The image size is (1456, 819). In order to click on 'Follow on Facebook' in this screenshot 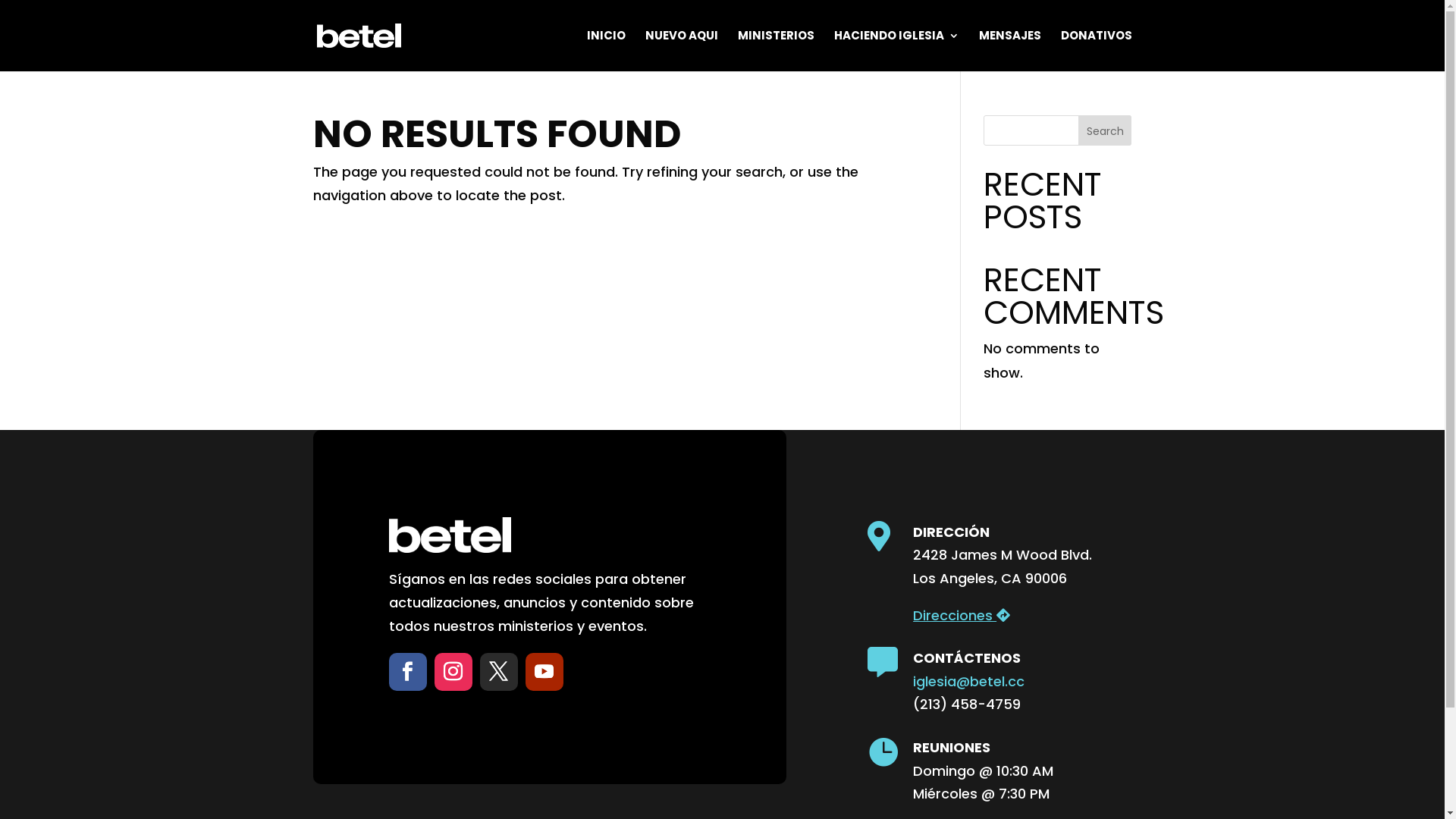, I will do `click(407, 671)`.